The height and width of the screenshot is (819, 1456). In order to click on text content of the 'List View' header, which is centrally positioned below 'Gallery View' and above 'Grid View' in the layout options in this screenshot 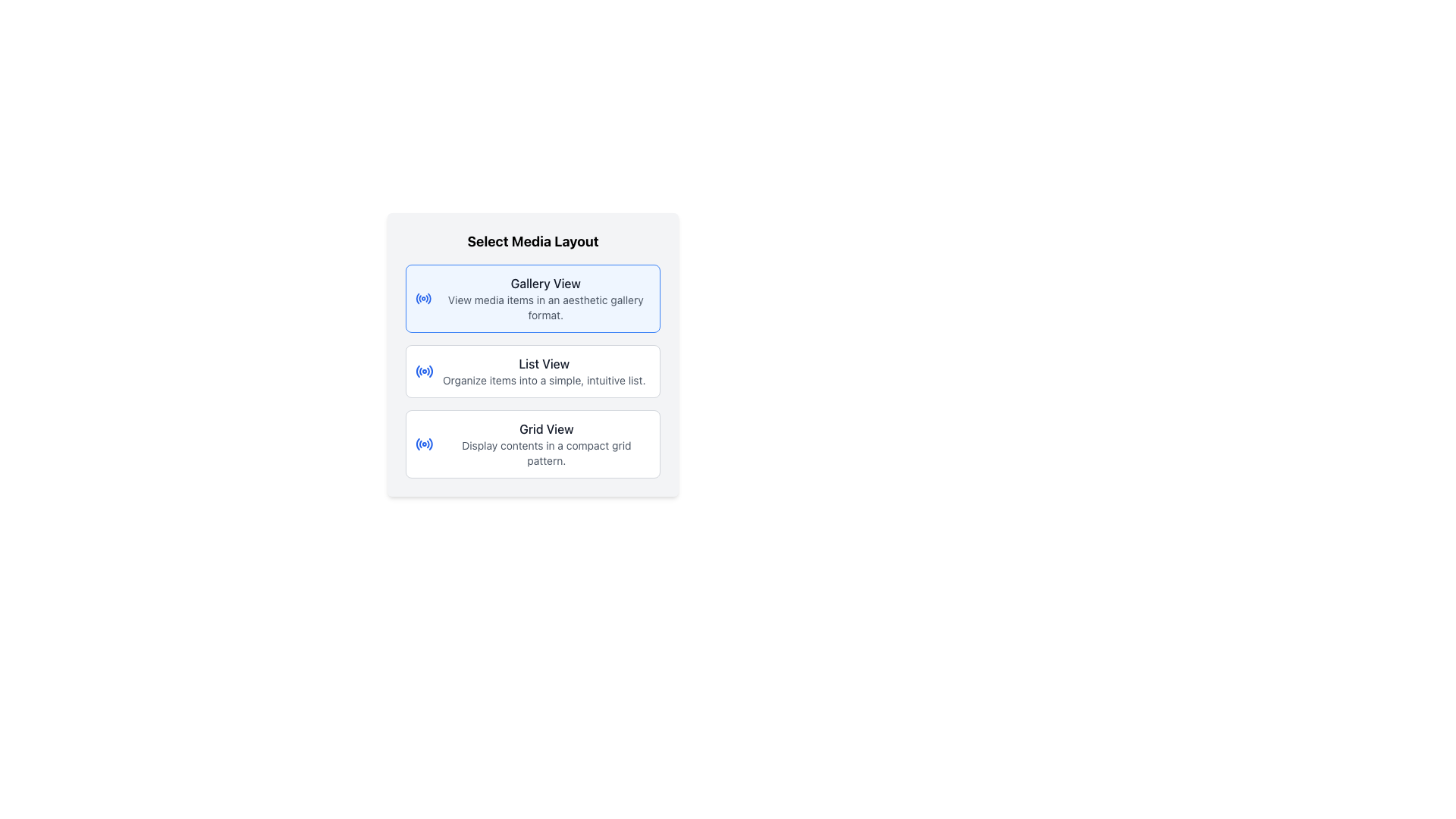, I will do `click(544, 363)`.